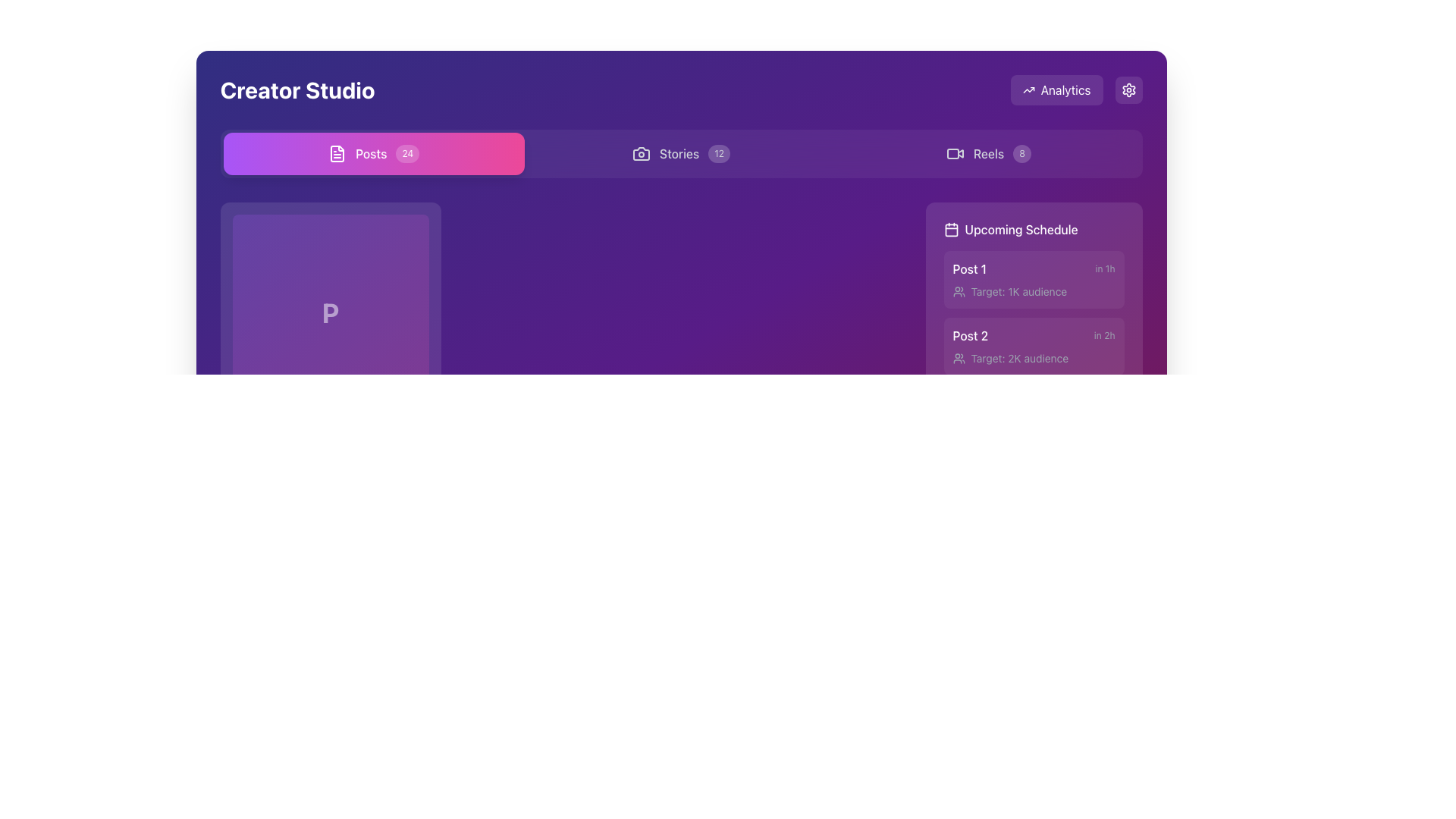  What do you see at coordinates (680, 154) in the screenshot?
I see `the 'Stories' button in the navigation bar located below the 'Creator Studio' header` at bounding box center [680, 154].